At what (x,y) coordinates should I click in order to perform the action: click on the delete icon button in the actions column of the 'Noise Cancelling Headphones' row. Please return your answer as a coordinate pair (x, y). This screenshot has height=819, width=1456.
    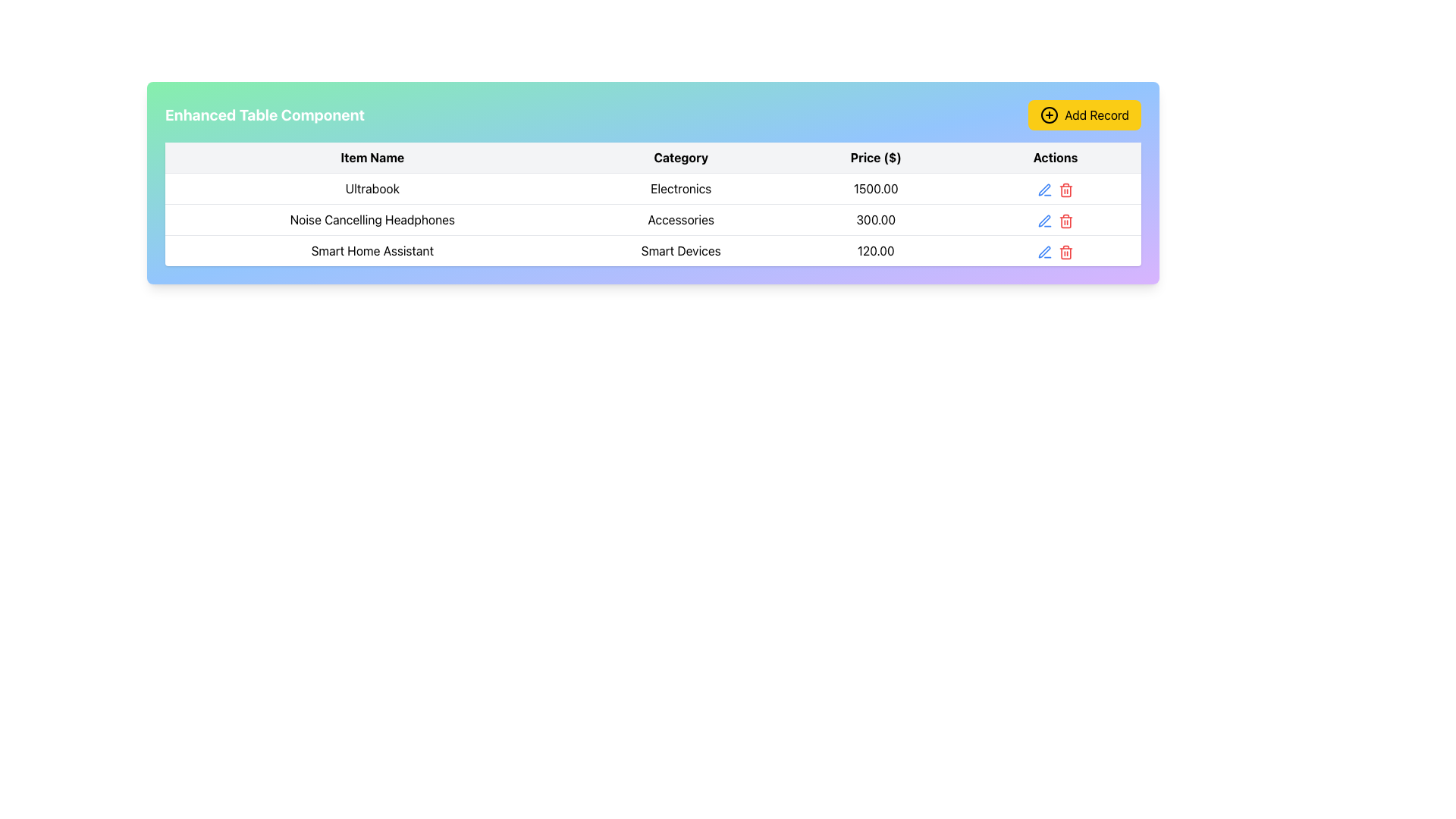
    Looking at the image, I should click on (1065, 221).